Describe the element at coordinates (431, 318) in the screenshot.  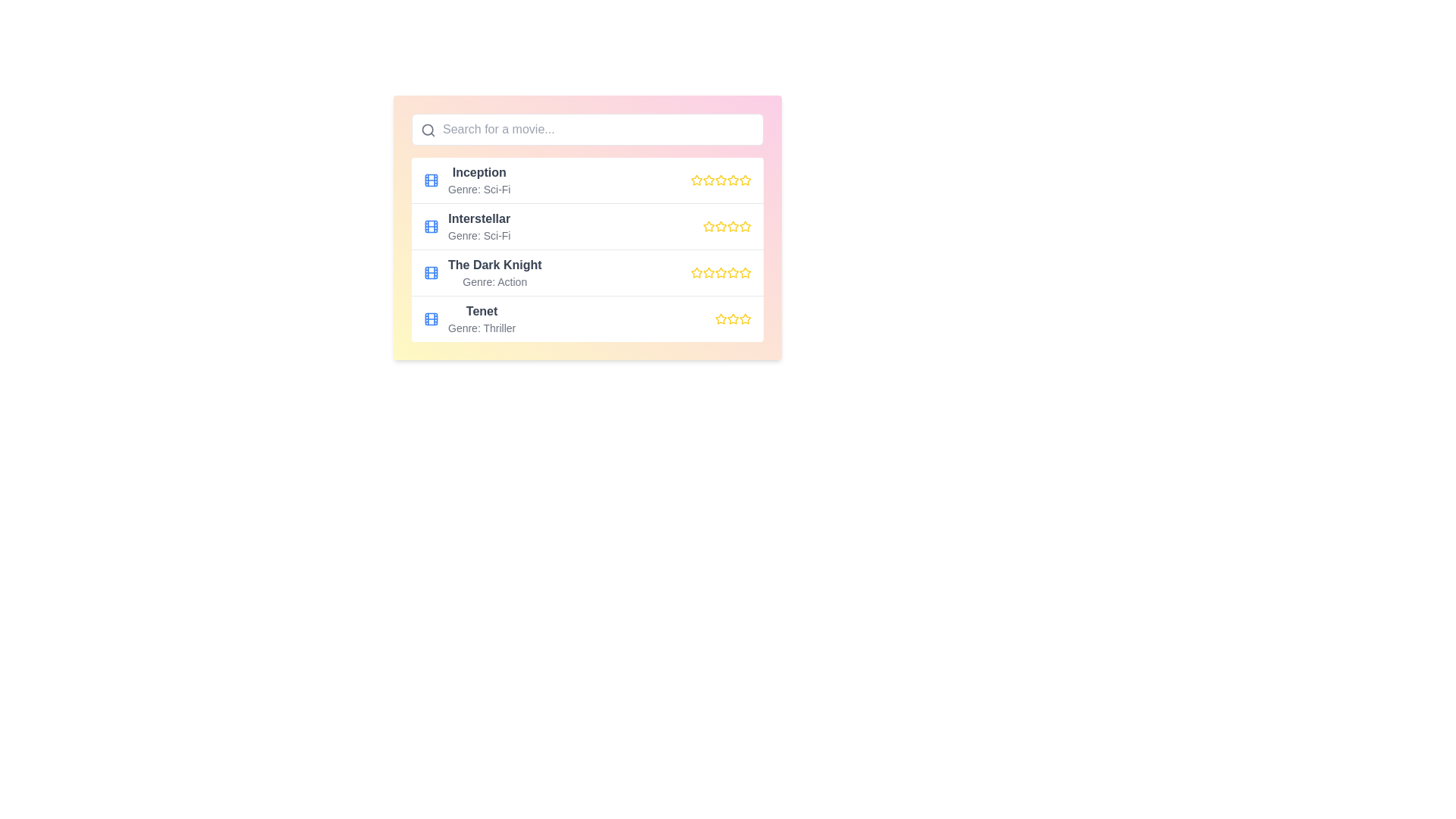
I see `the blue film strip icon located to the left of the 'Tenet' movie title and genre in the fourth movie entry of the list` at that location.